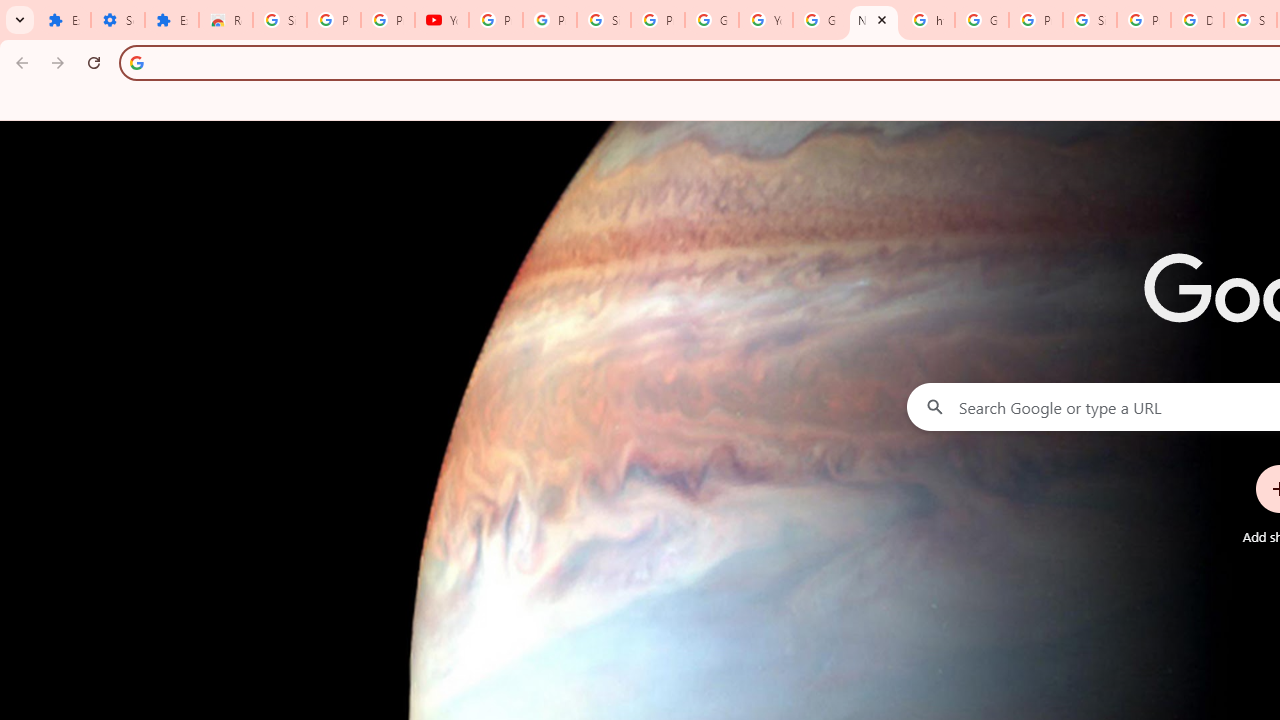 This screenshot has width=1280, height=720. What do you see at coordinates (1088, 20) in the screenshot?
I see `'Sign in - Google Accounts'` at bounding box center [1088, 20].